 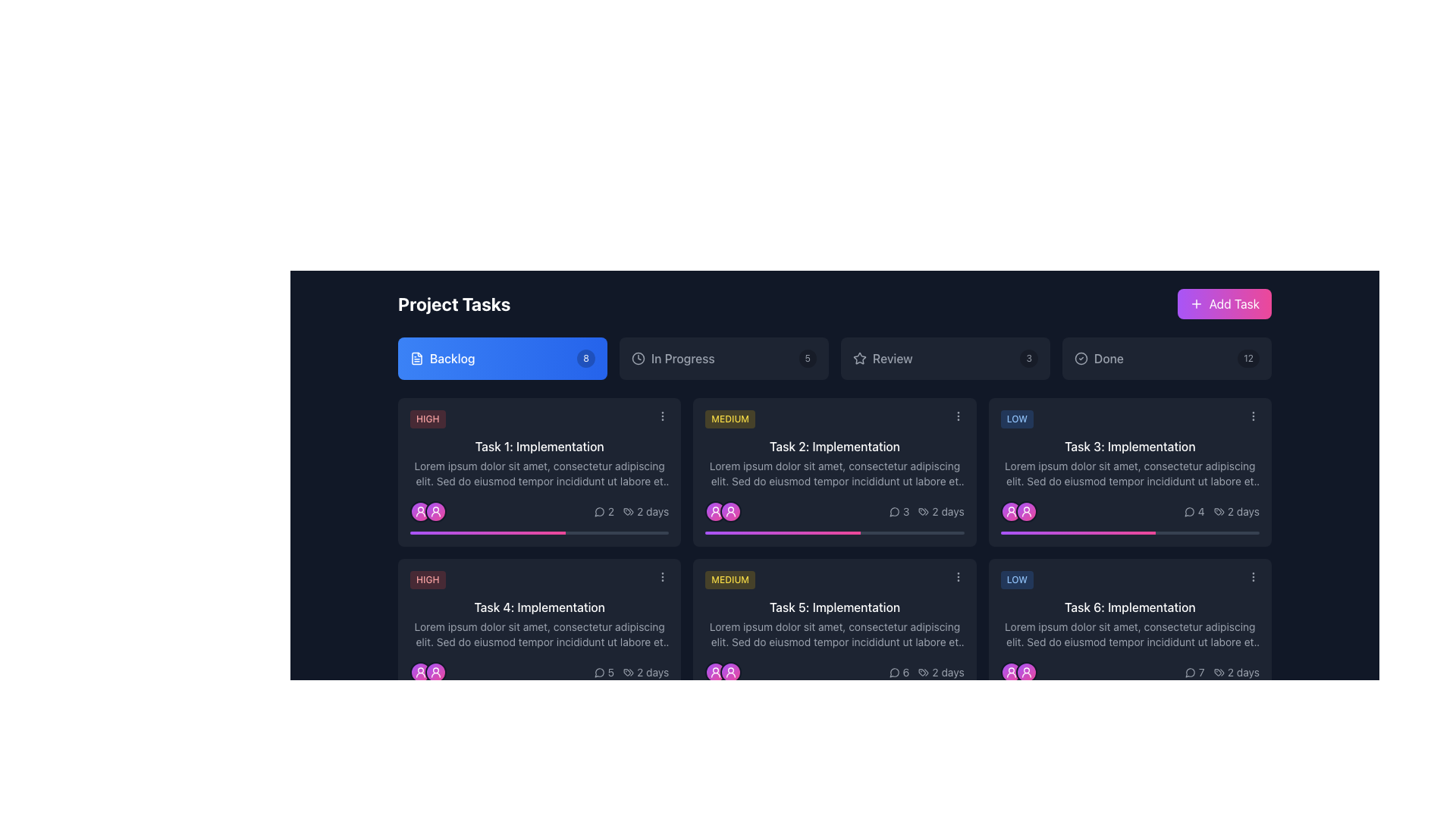 I want to click on information displayed in the text element showing '2 days' accompanied by a tag icon, located at the bottom-right of the second task card in the second column of the task board, so click(x=940, y=512).